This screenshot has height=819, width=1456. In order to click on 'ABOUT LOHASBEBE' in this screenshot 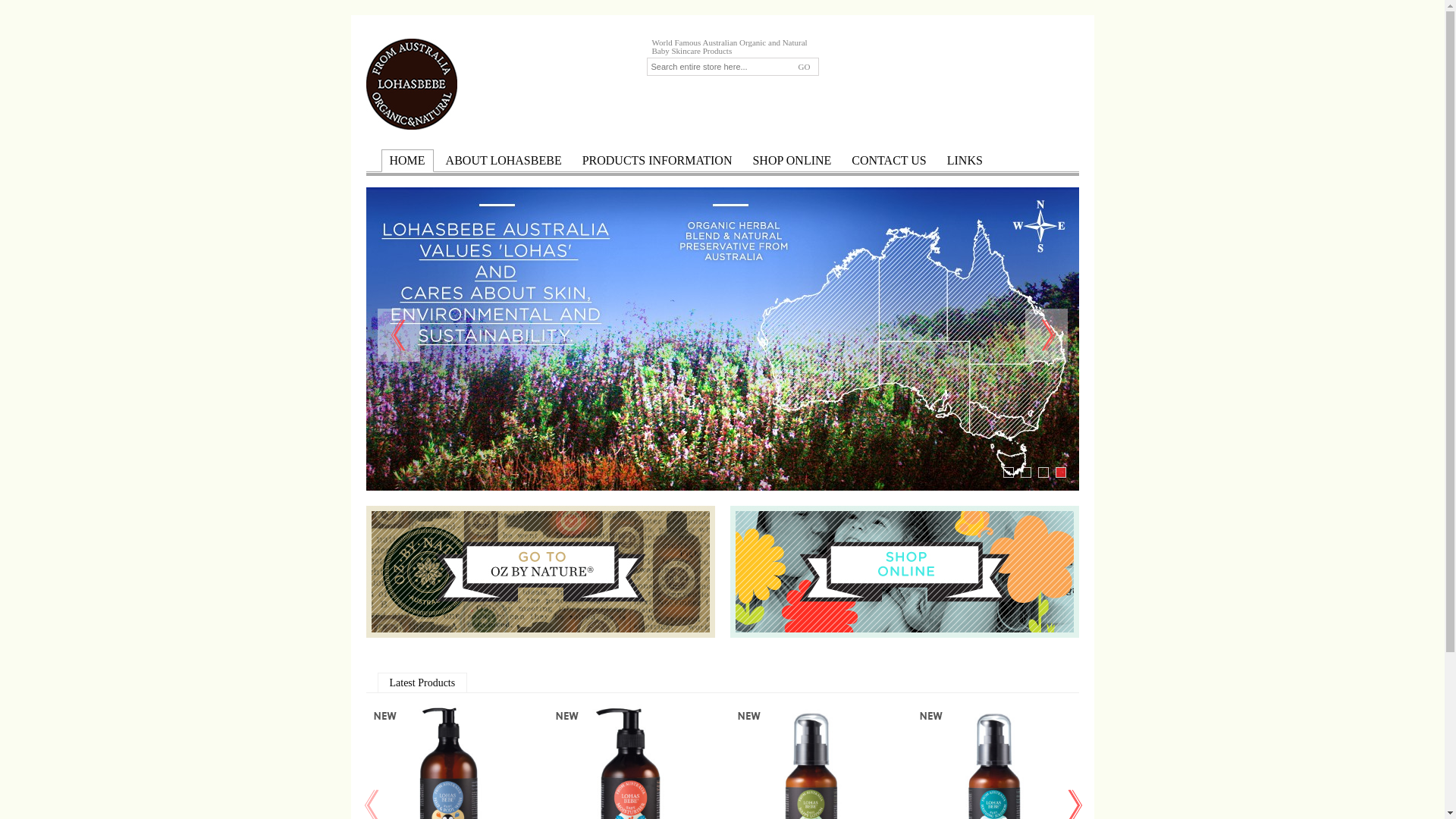, I will do `click(437, 160)`.